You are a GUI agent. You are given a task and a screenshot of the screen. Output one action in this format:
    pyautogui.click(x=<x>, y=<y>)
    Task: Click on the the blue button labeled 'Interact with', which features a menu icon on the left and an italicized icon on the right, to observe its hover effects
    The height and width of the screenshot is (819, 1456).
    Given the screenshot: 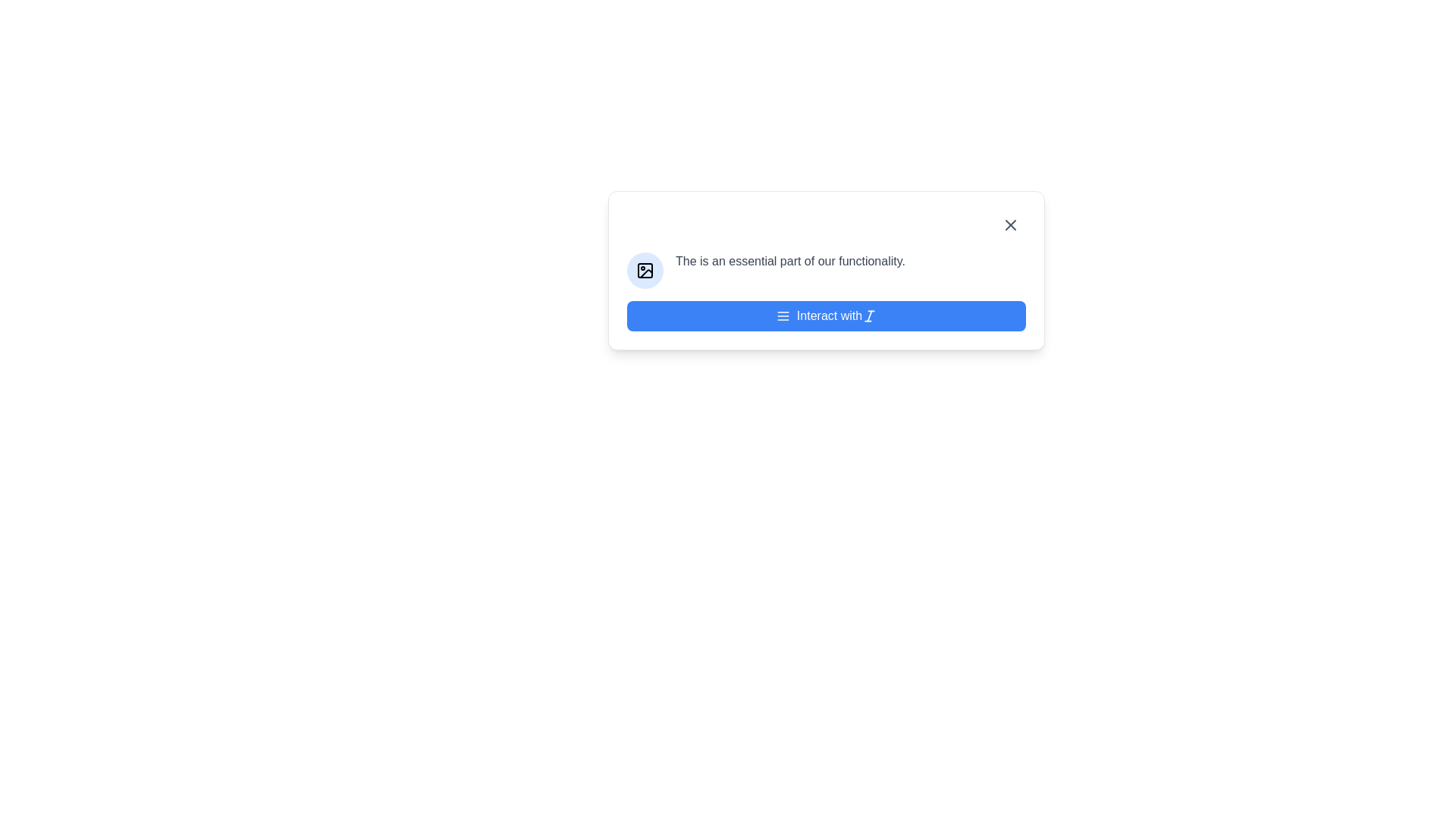 What is the action you would take?
    pyautogui.click(x=825, y=315)
    